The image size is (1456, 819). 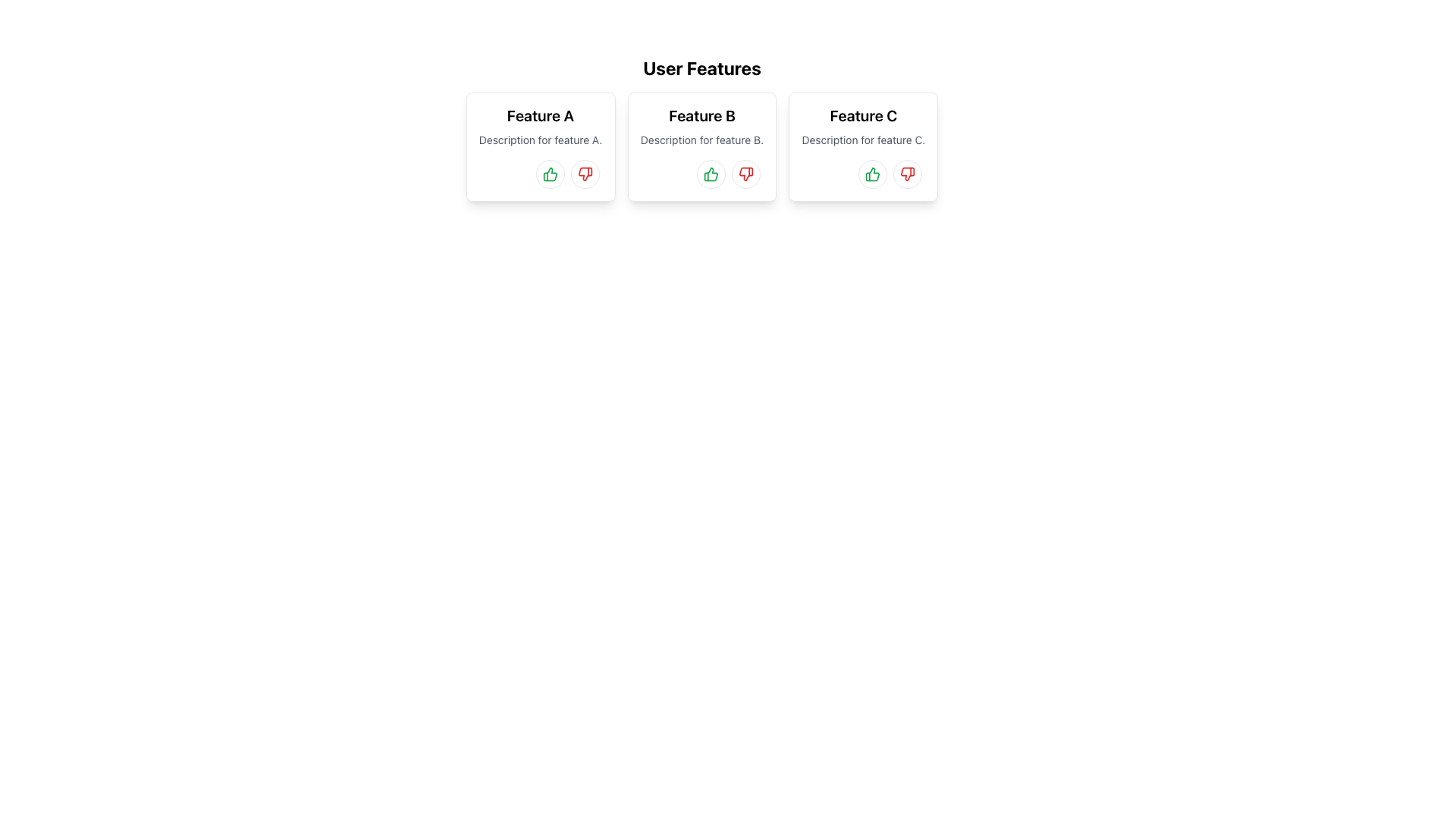 What do you see at coordinates (908, 174) in the screenshot?
I see `the thumbs-down icon button associated with 'Feature C'` at bounding box center [908, 174].